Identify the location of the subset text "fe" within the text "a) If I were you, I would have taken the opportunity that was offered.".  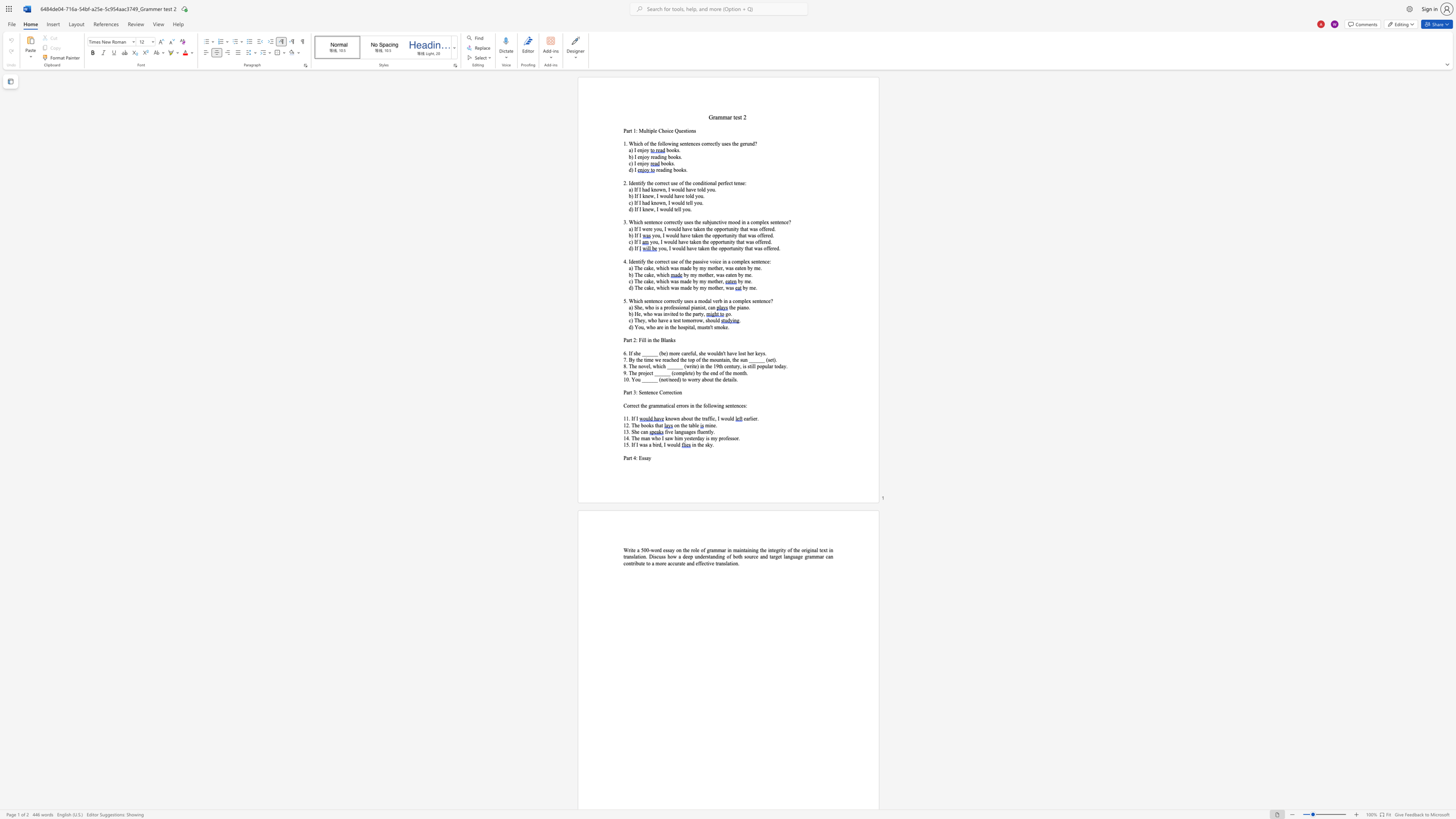
(762, 229).